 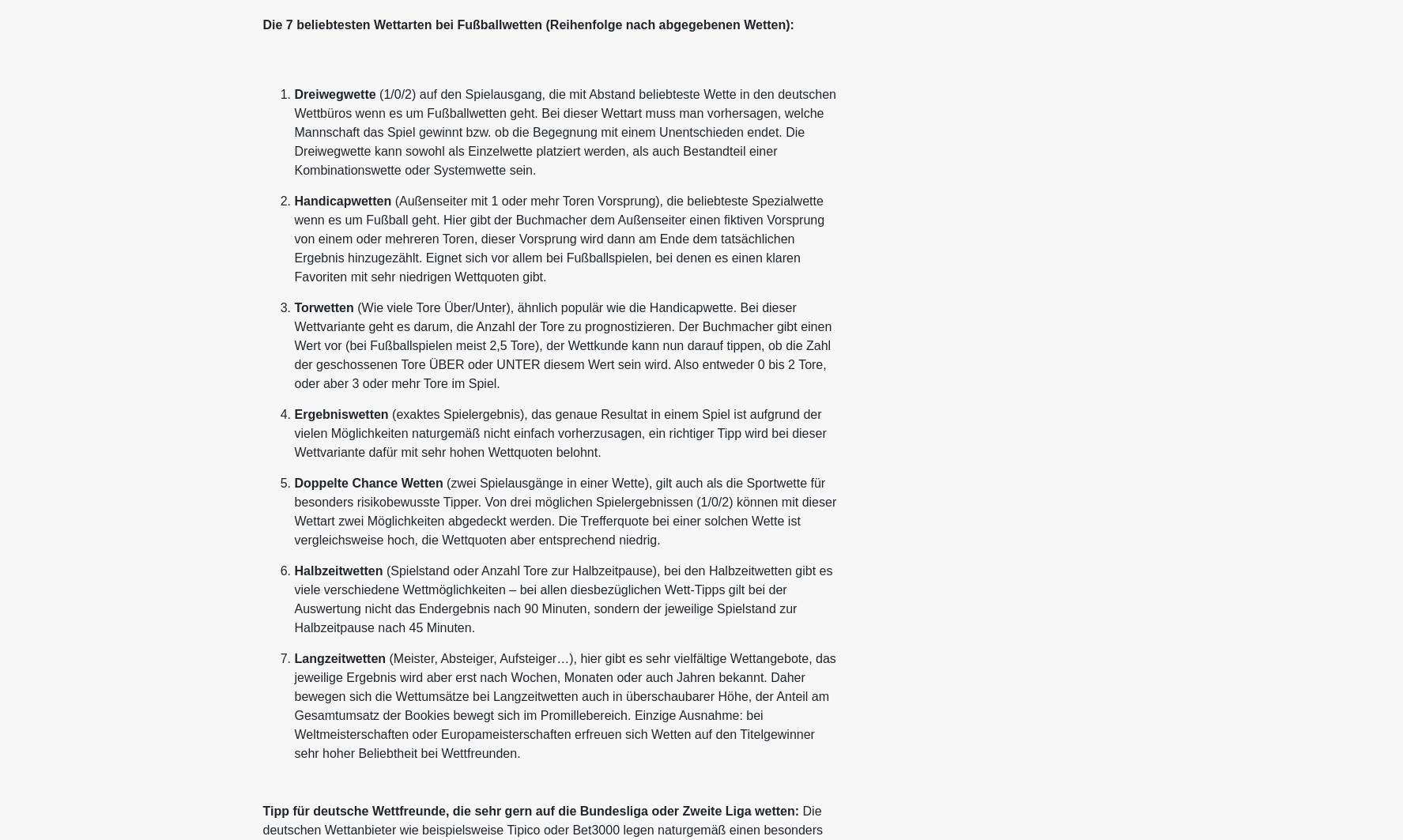 I want to click on '(exaktes Spielergebnis), das genaue Resultat in einem Spiel ist aufgrund der vielen Möglichkeiten naturgemäß nicht einfach vorherzusagen, ein richtiger Tipp wird bei dieser Wettvariante dafür mit sehr hohen Wettquoten belohnt.', so click(x=559, y=432).